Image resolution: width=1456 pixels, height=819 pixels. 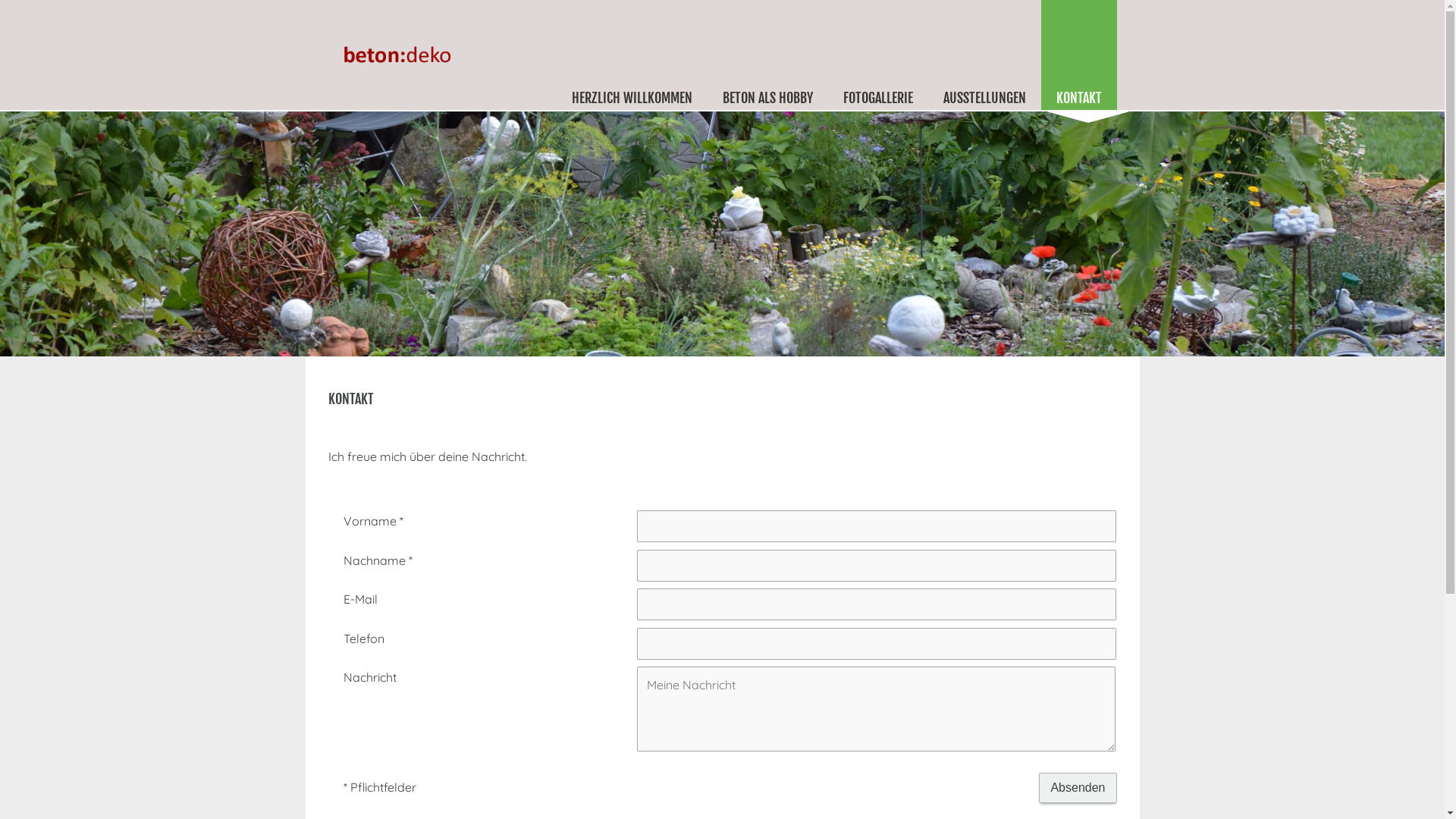 What do you see at coordinates (1076, 786) in the screenshot?
I see `'Absenden'` at bounding box center [1076, 786].